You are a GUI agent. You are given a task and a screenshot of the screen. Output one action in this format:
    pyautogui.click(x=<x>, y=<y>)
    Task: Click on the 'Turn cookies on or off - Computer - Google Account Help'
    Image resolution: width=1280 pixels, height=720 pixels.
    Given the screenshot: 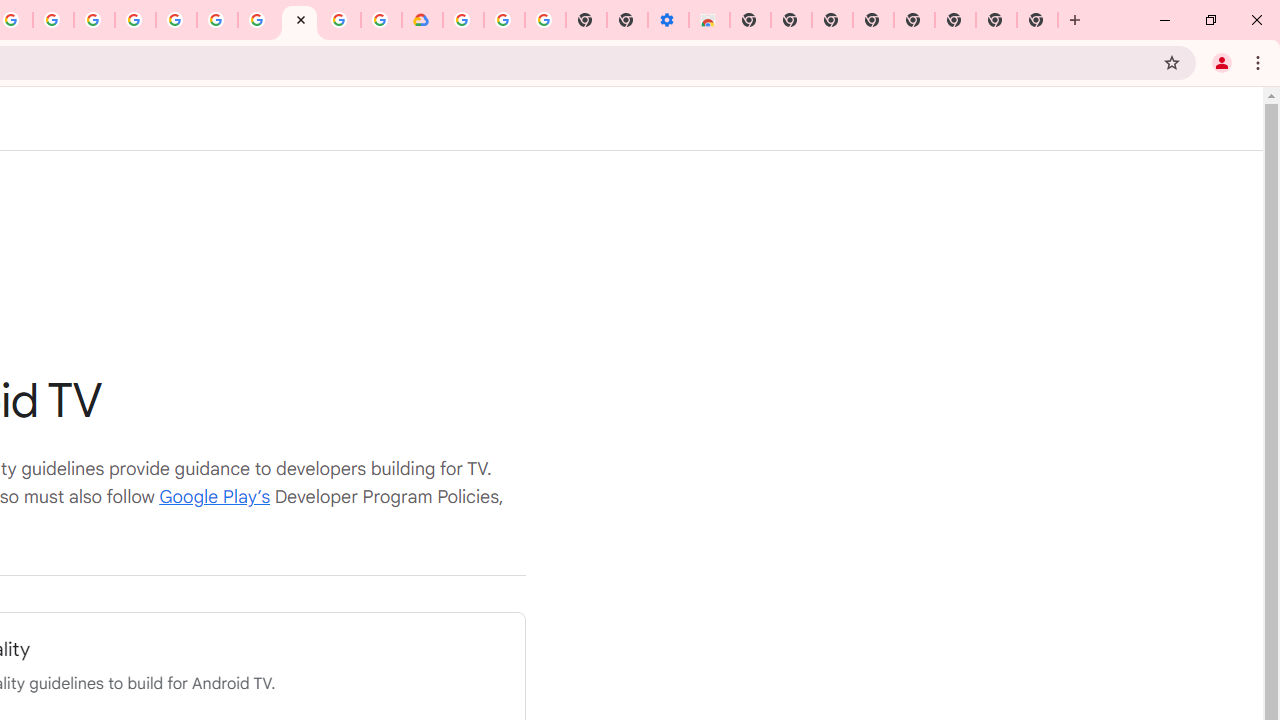 What is the action you would take?
    pyautogui.click(x=545, y=20)
    